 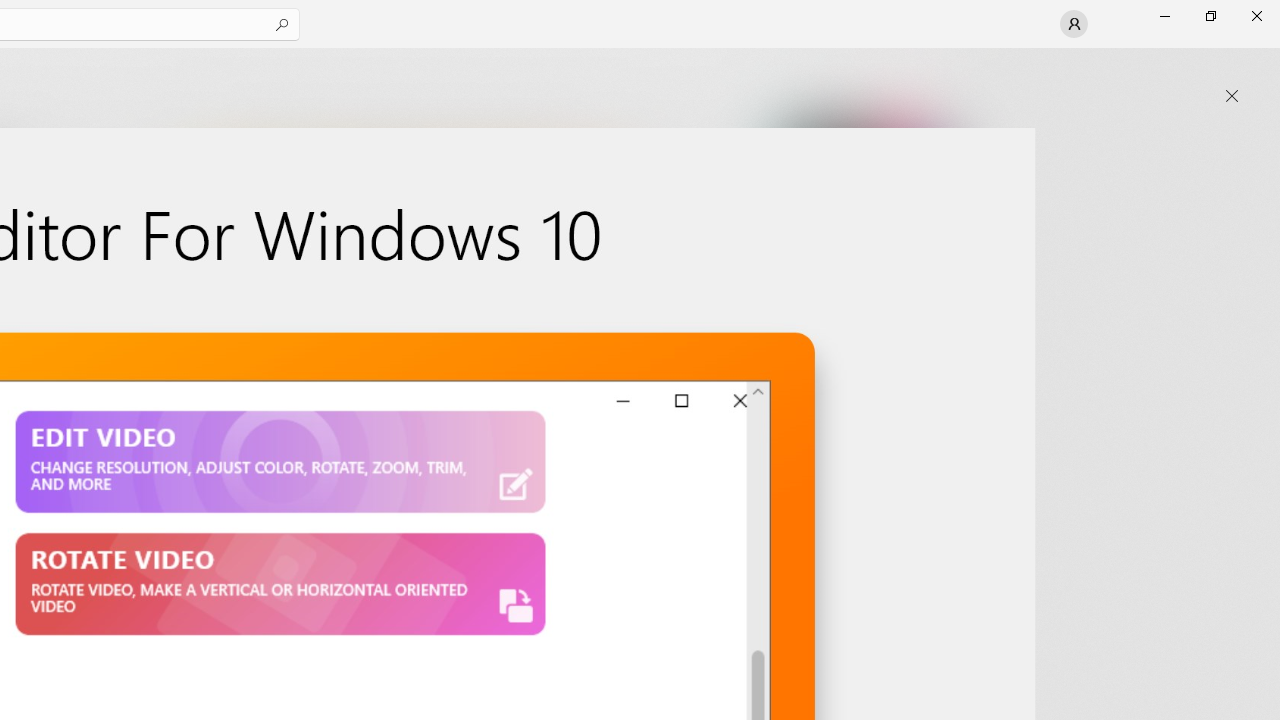 I want to click on 'close popup window', so click(x=1231, y=96).